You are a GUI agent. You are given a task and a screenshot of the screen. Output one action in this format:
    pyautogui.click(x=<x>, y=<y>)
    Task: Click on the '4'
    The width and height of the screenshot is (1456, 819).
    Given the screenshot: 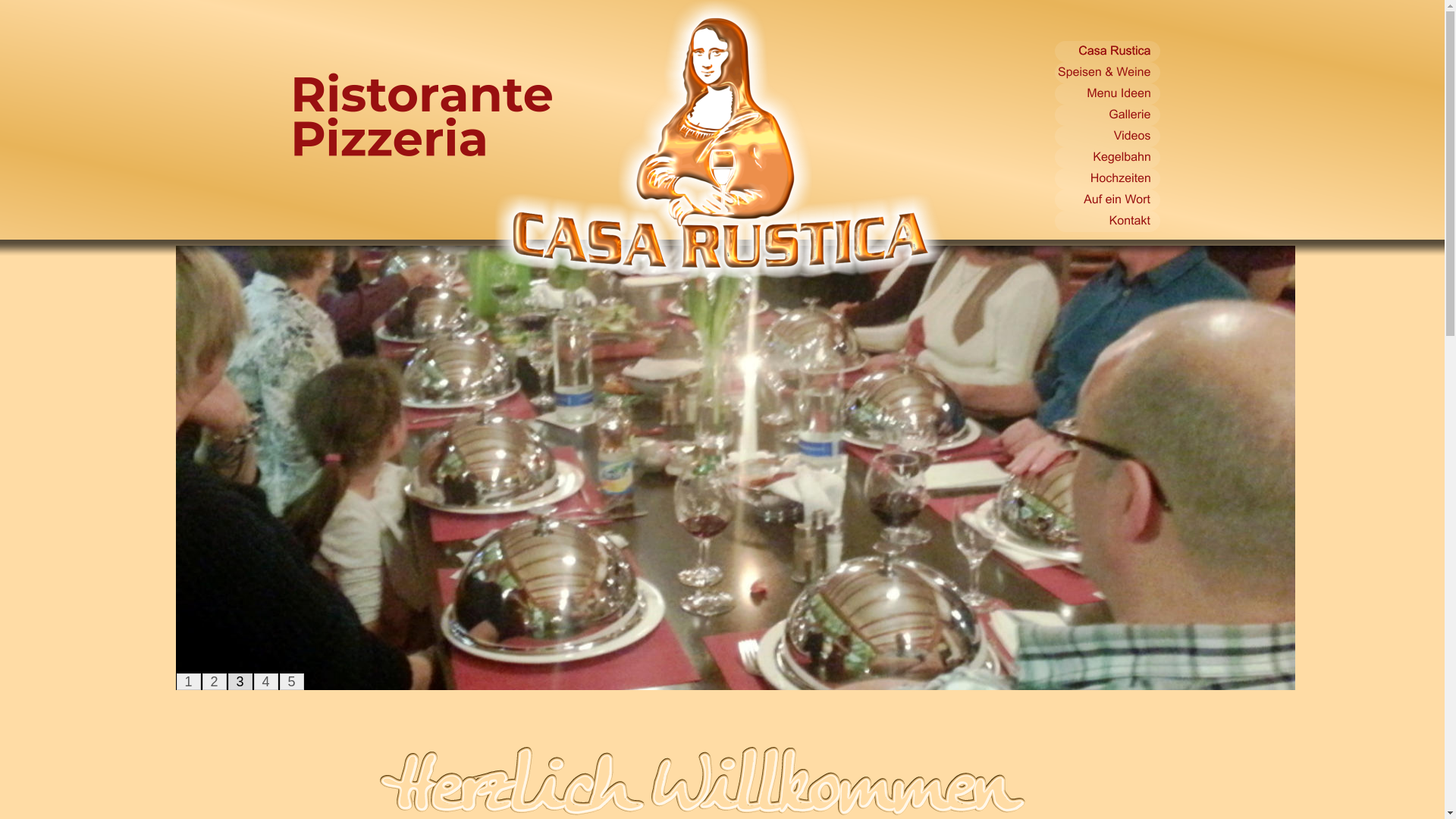 What is the action you would take?
    pyautogui.click(x=265, y=680)
    